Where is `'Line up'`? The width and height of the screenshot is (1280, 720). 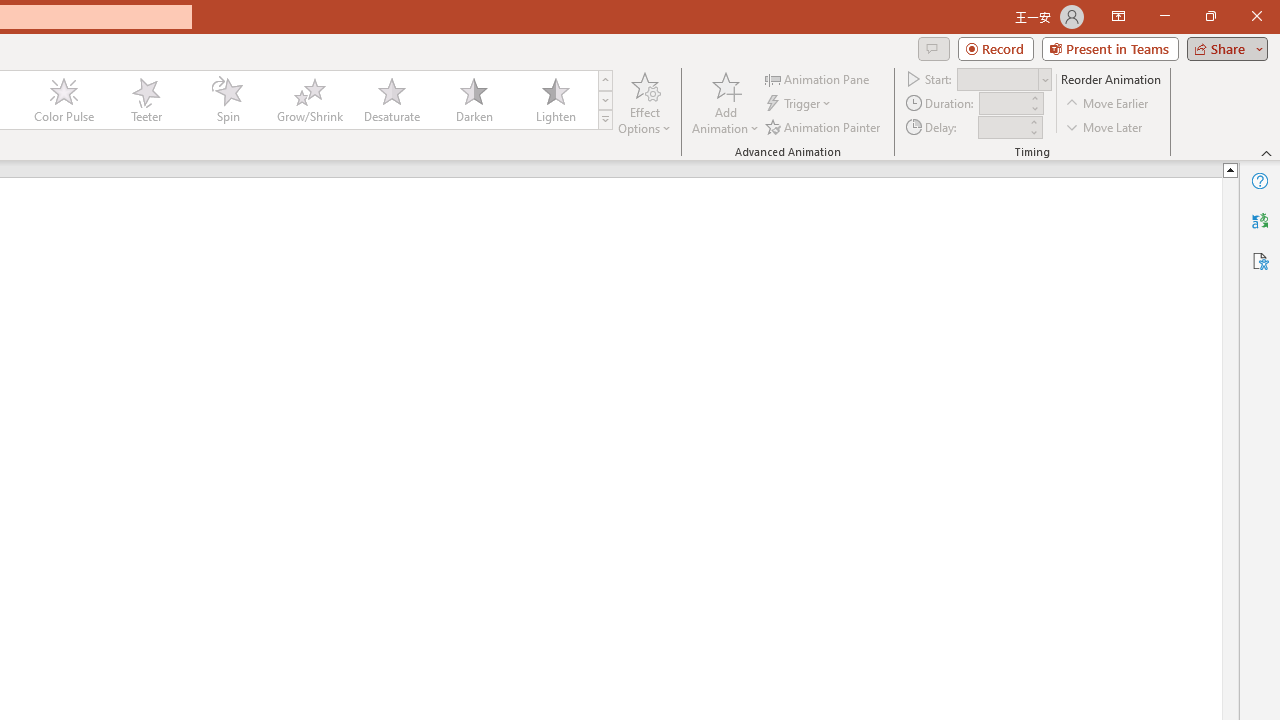 'Line up' is located at coordinates (1229, 168).